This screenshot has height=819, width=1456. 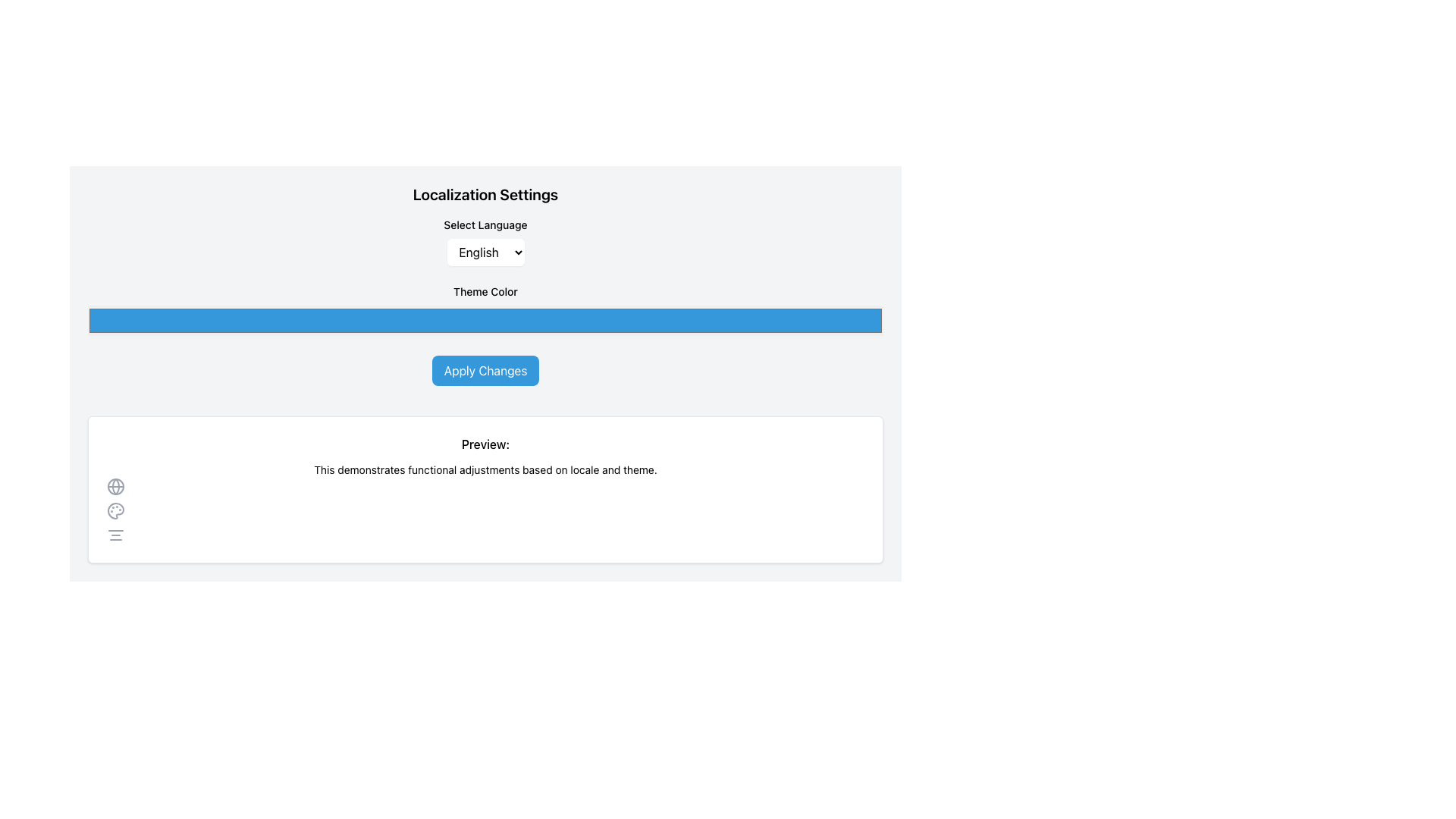 I want to click on the Color Picker with a solid blue background labeled 'Theme Color', so click(x=485, y=309).